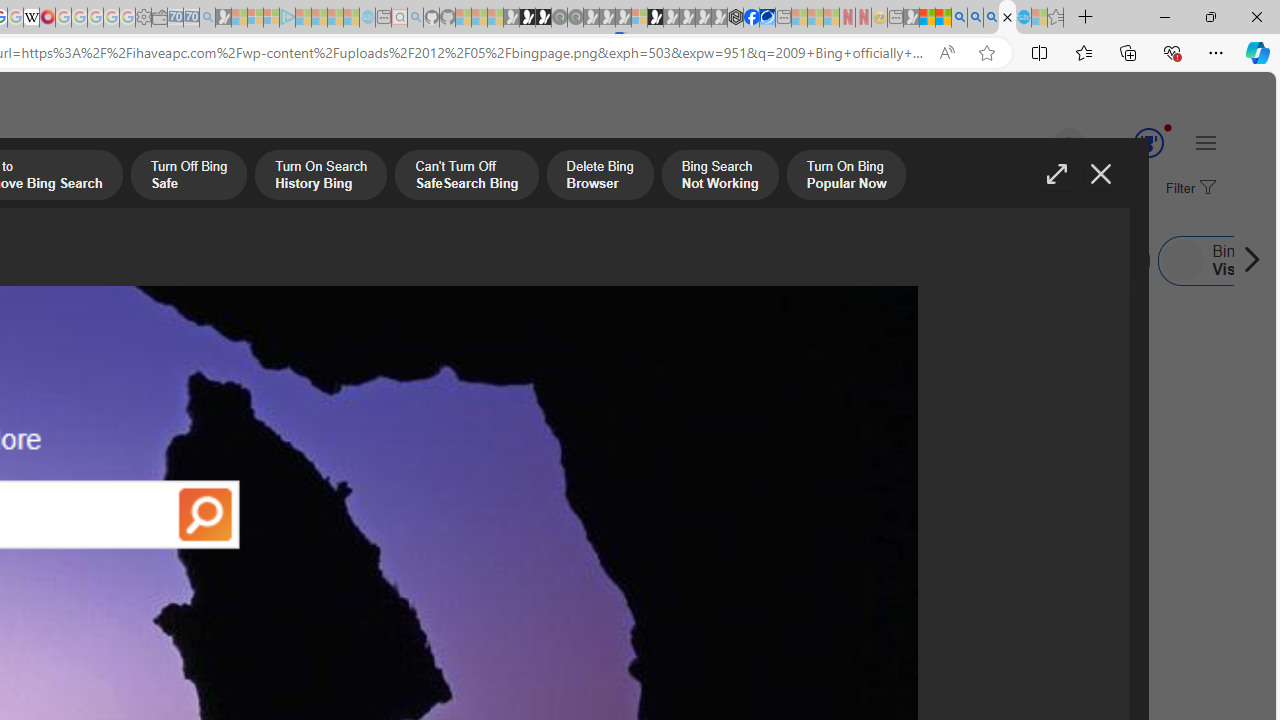 The width and height of the screenshot is (1280, 720). What do you see at coordinates (958, 17) in the screenshot?
I see `'Bing AI - Search'` at bounding box center [958, 17].